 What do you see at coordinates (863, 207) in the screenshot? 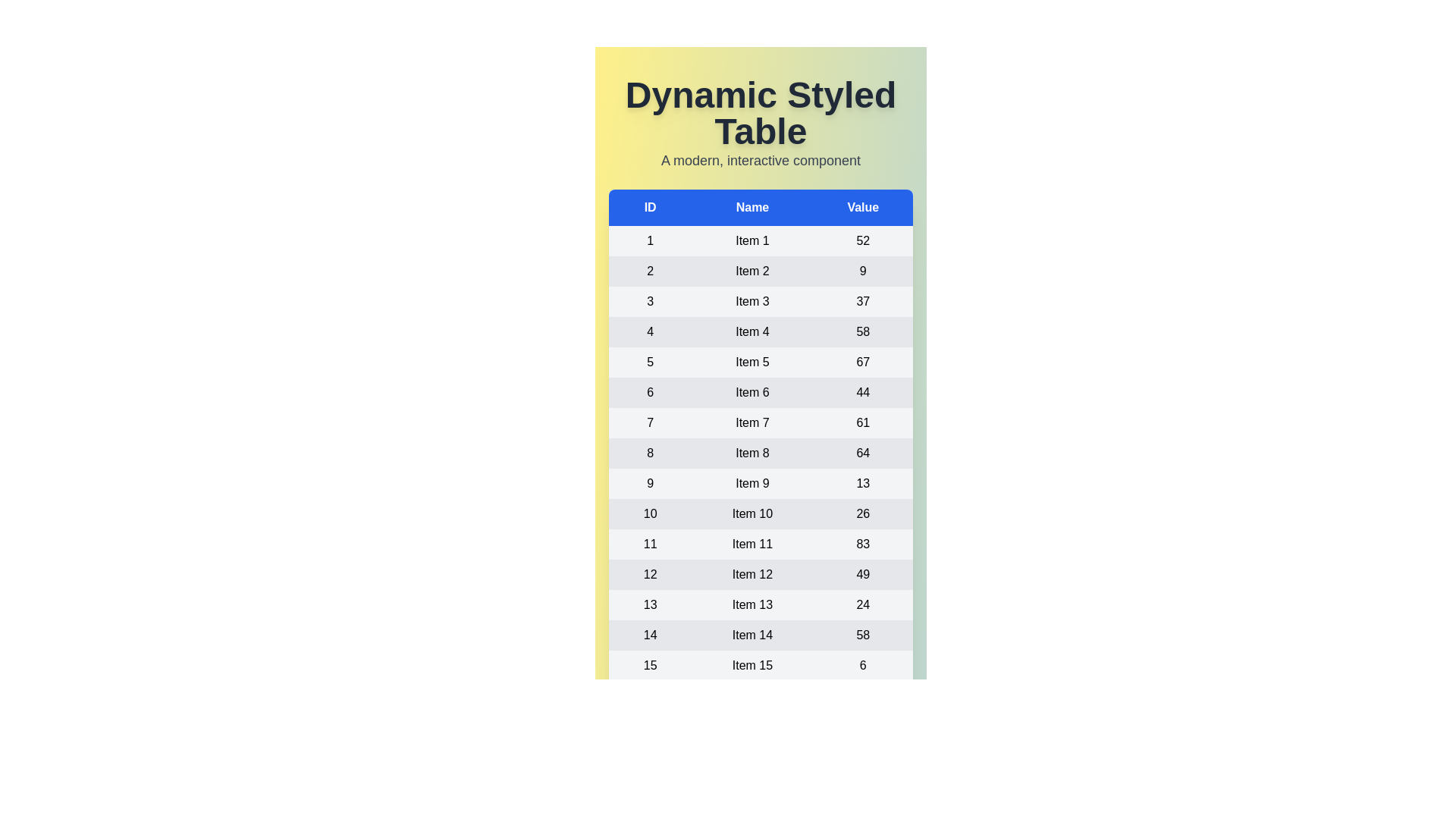
I see `the Value table header to sort the table by that column` at bounding box center [863, 207].